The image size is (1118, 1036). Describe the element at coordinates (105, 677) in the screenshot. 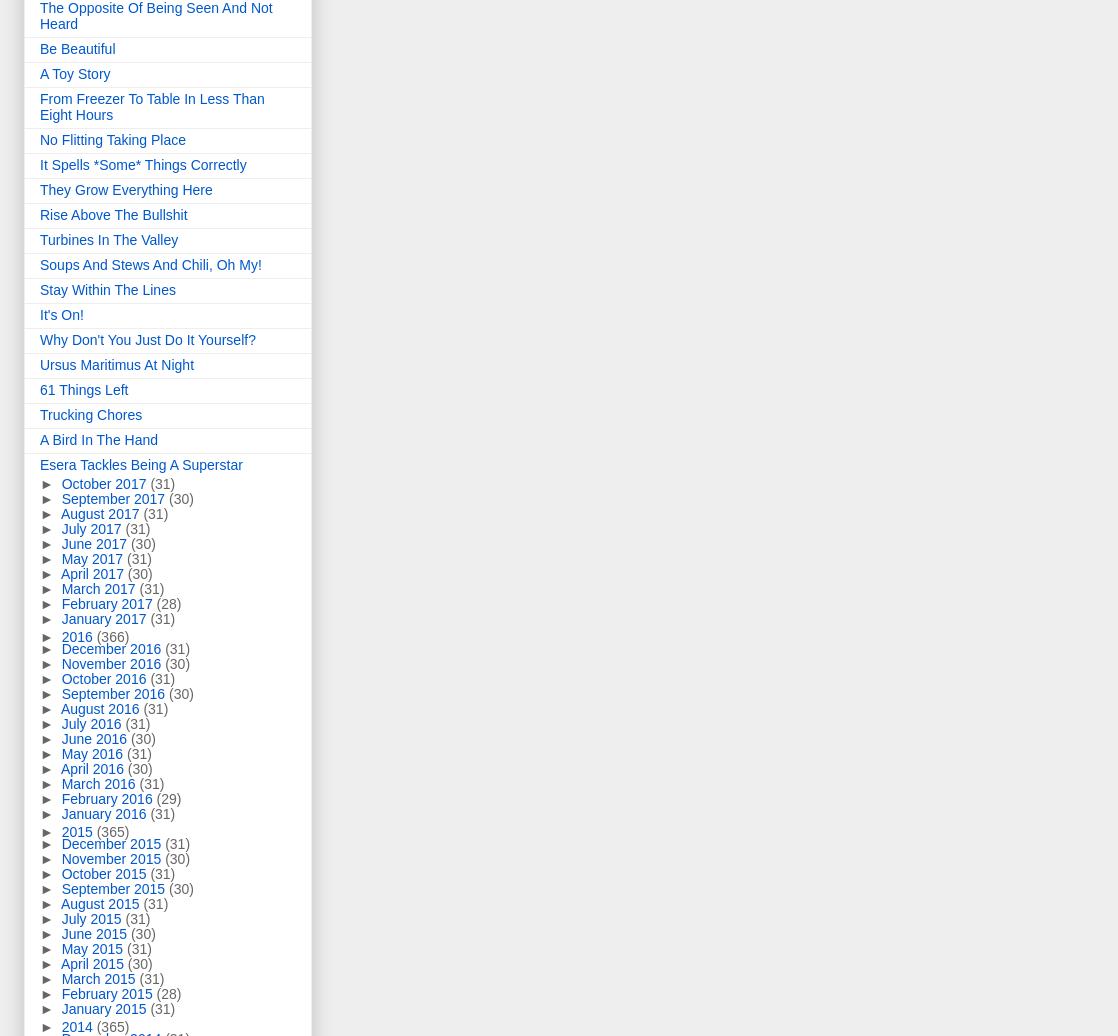

I see `'October 2016'` at that location.